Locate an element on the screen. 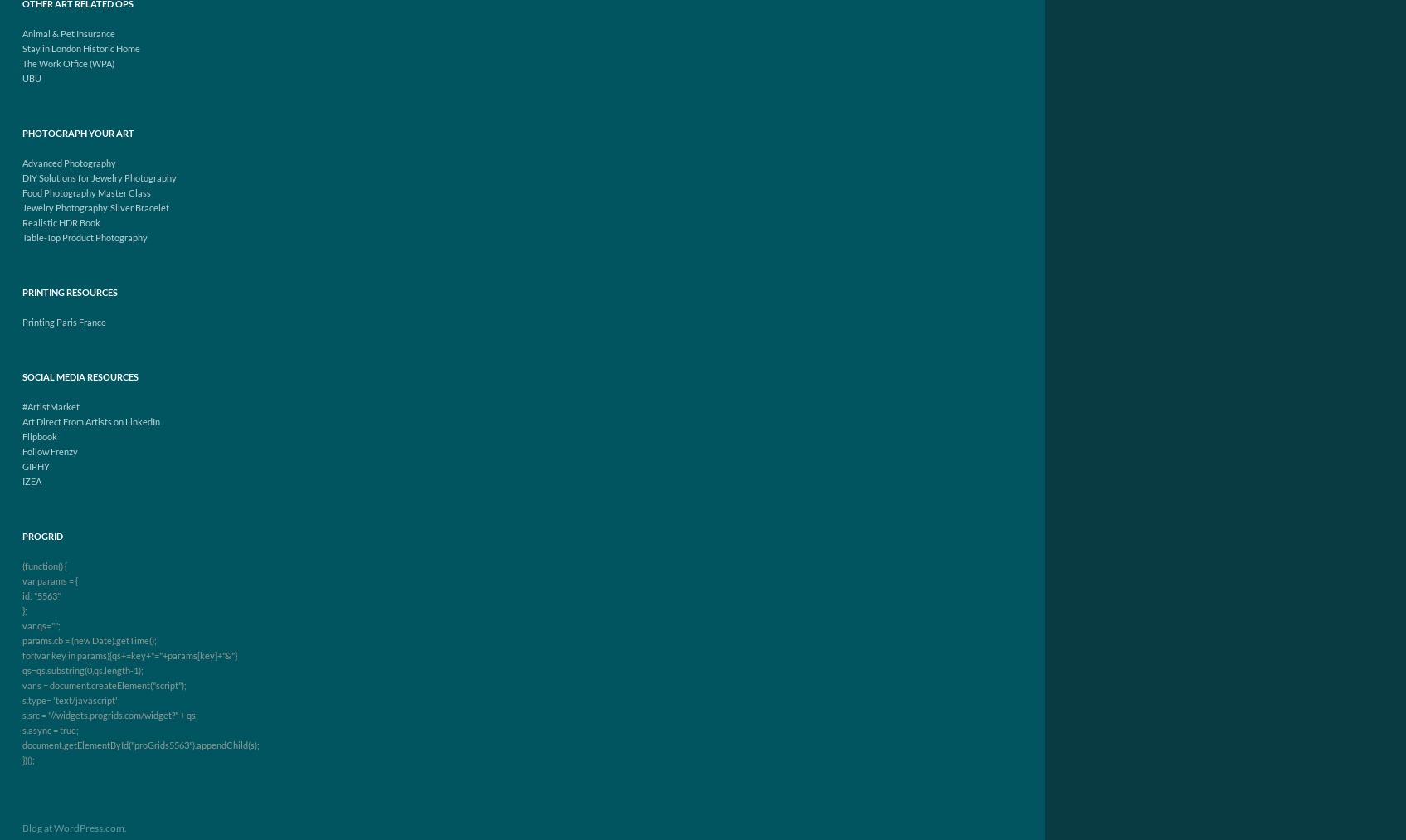  'UBU' is located at coordinates (32, 77).